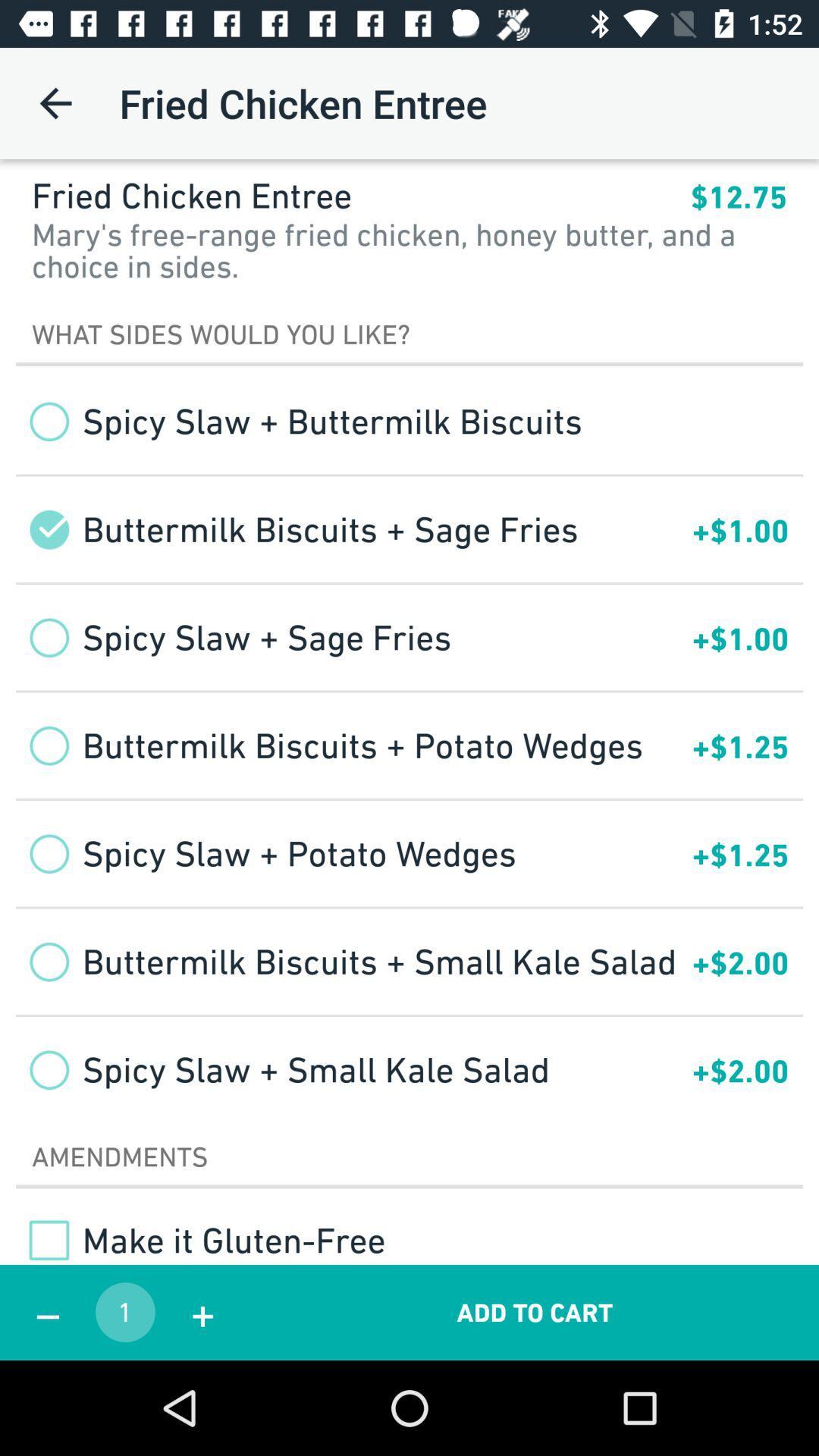 Image resolution: width=819 pixels, height=1456 pixels. I want to click on icon next to the 1 app, so click(46, 1312).